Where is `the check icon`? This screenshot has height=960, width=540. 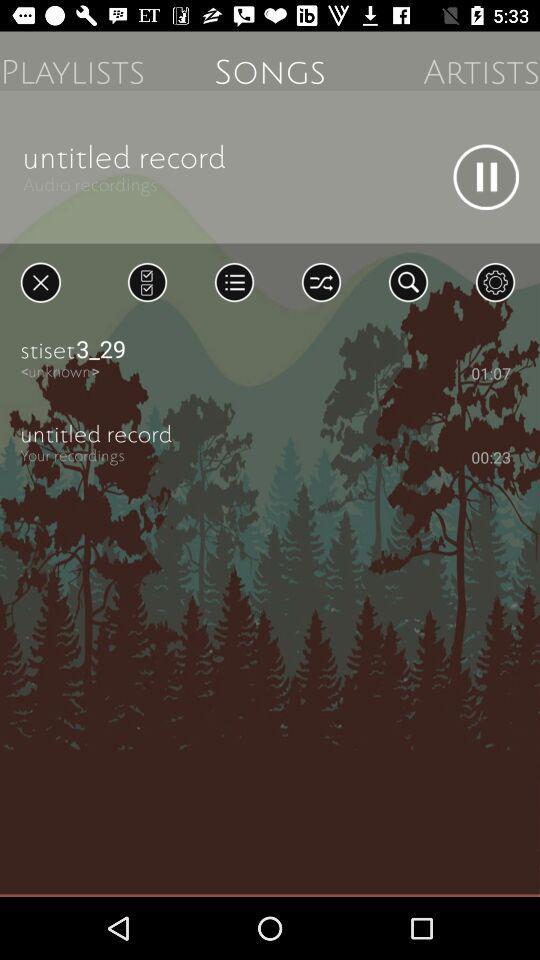
the check icon is located at coordinates (146, 281).